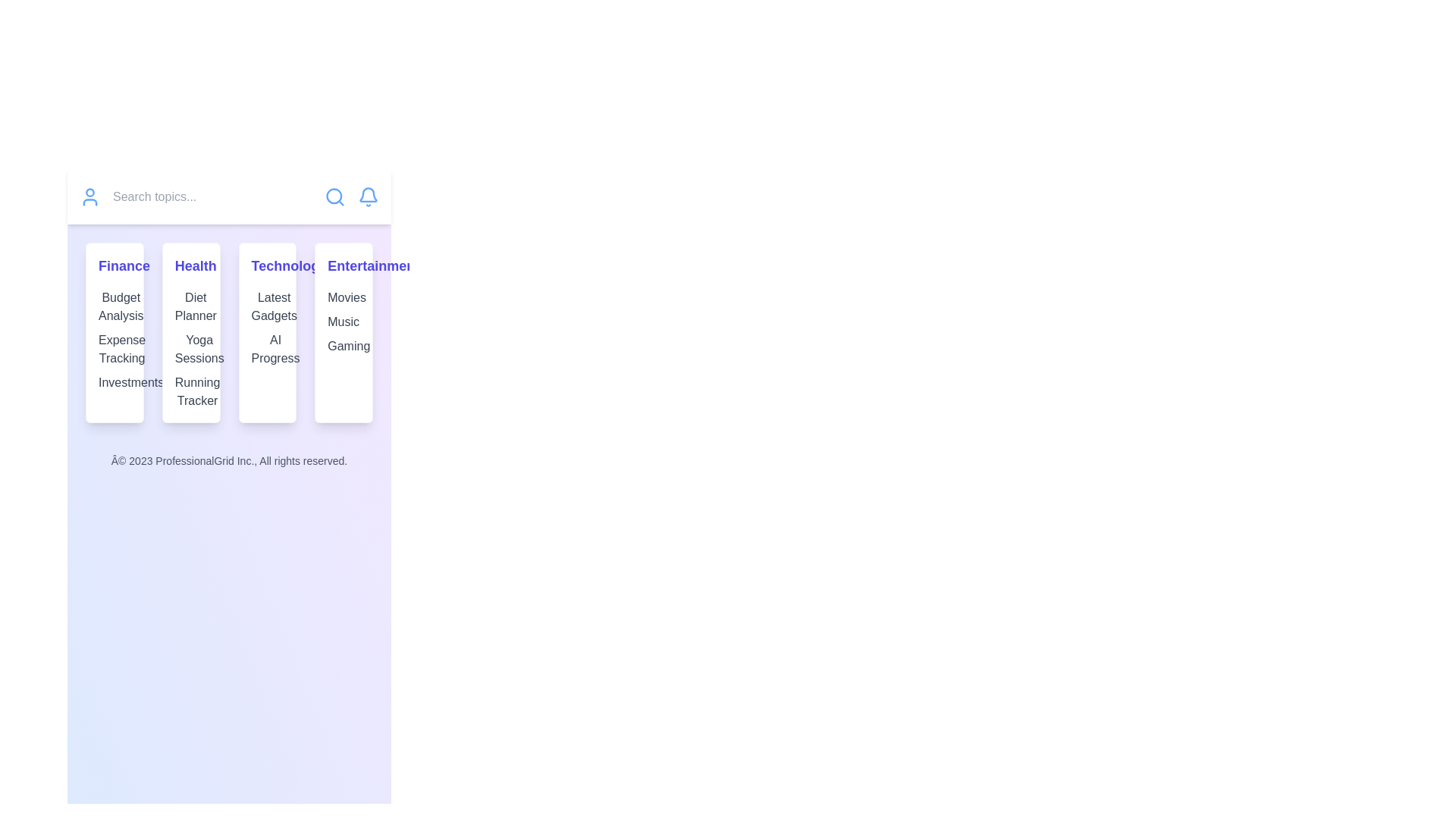 The width and height of the screenshot is (1456, 819). Describe the element at coordinates (333, 195) in the screenshot. I see `the circular glass portion of the magnifying glass icon located in the top navigation bar, adjacent to the search input field and notification bell icon` at that location.